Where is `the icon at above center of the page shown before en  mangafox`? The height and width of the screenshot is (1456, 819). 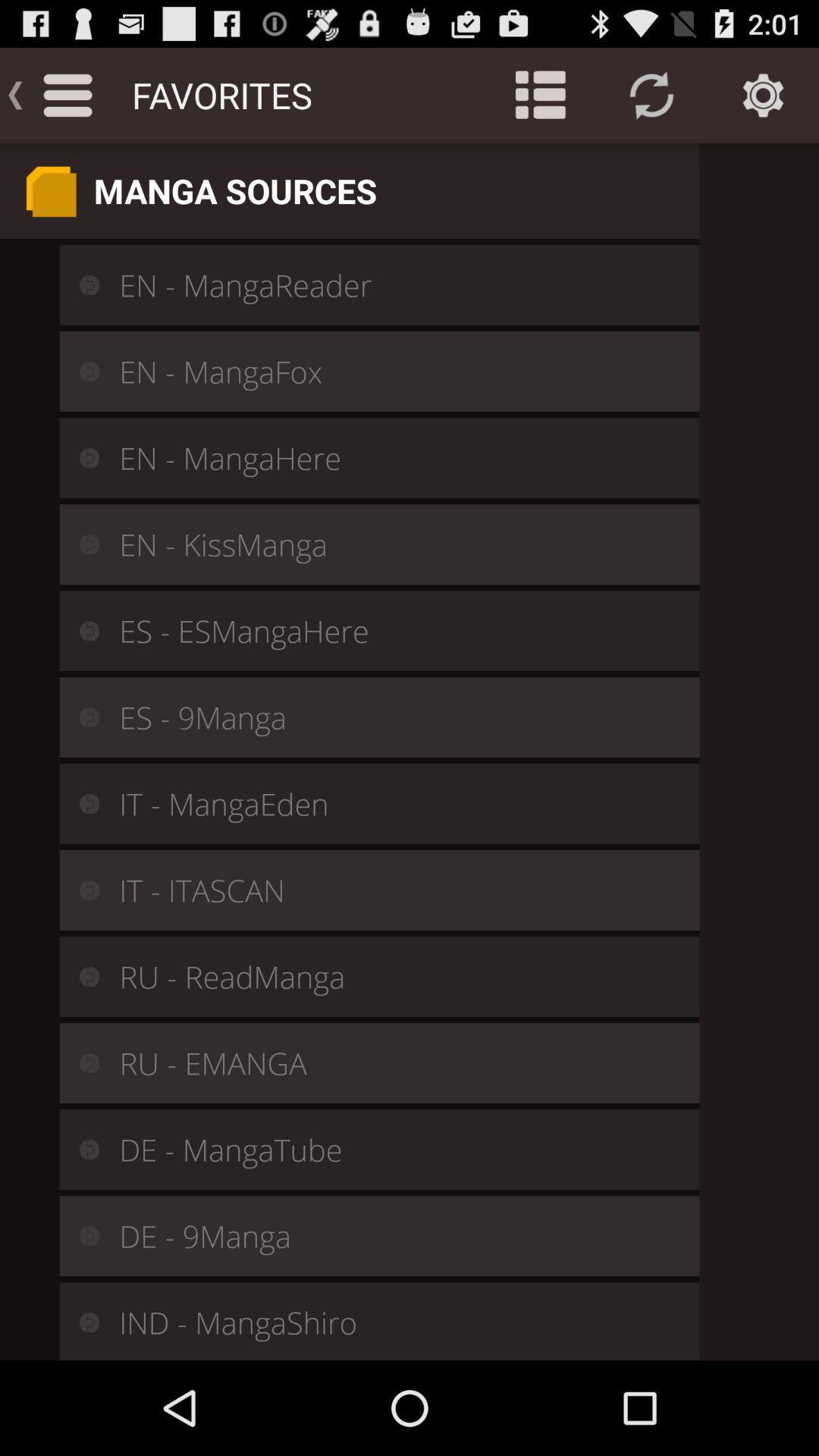 the icon at above center of the page shown before en  mangafox is located at coordinates (79, 371).